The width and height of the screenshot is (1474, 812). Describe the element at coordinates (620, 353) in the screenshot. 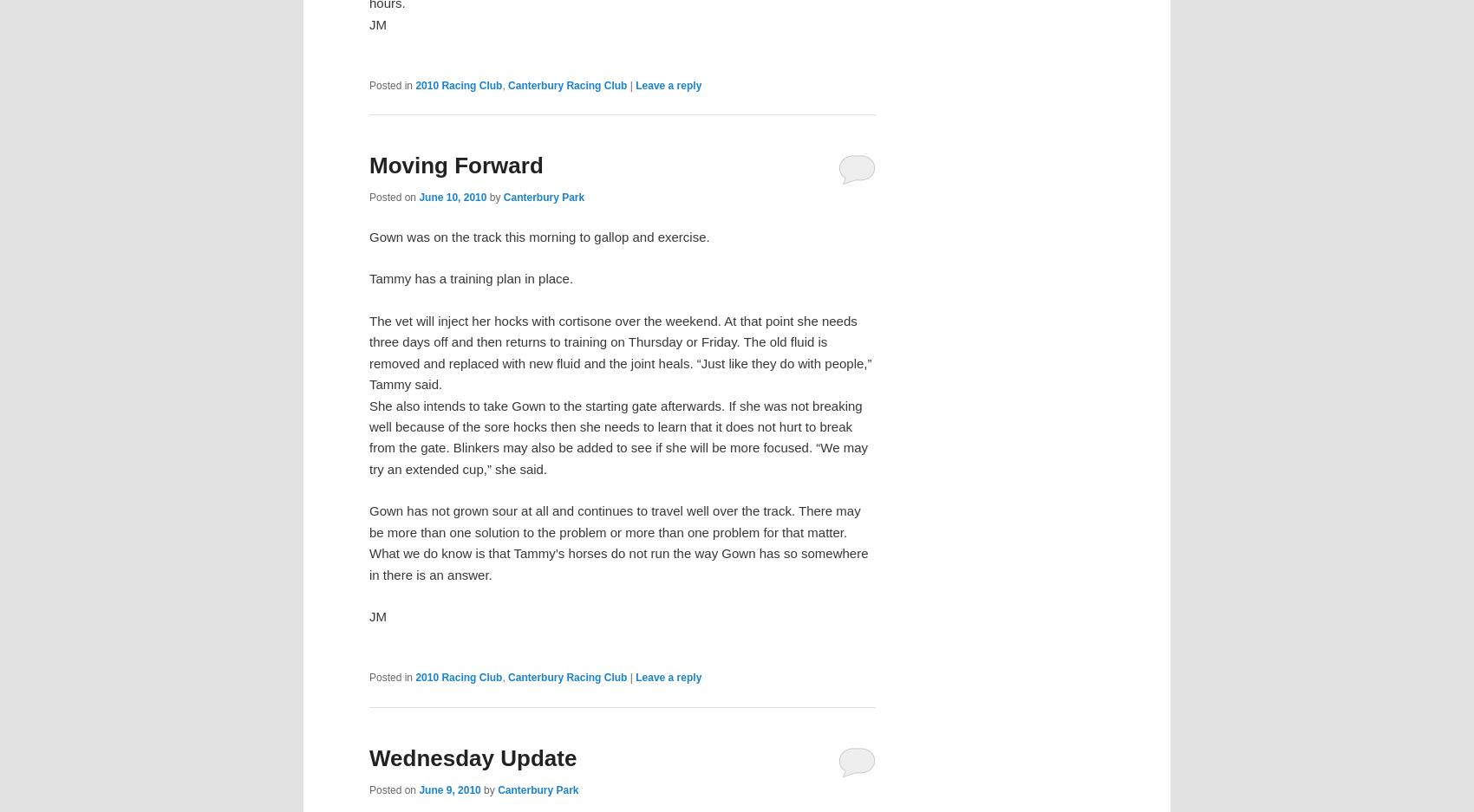

I see `'The vet will inject her hocks with cortisone over the weekend. At that point she needs three days off and then returns to training on Thursday or Friday. The old fluid is removed and replaced with new fluid and the joint heals. “Just like they do with people,” Tammy said.'` at that location.